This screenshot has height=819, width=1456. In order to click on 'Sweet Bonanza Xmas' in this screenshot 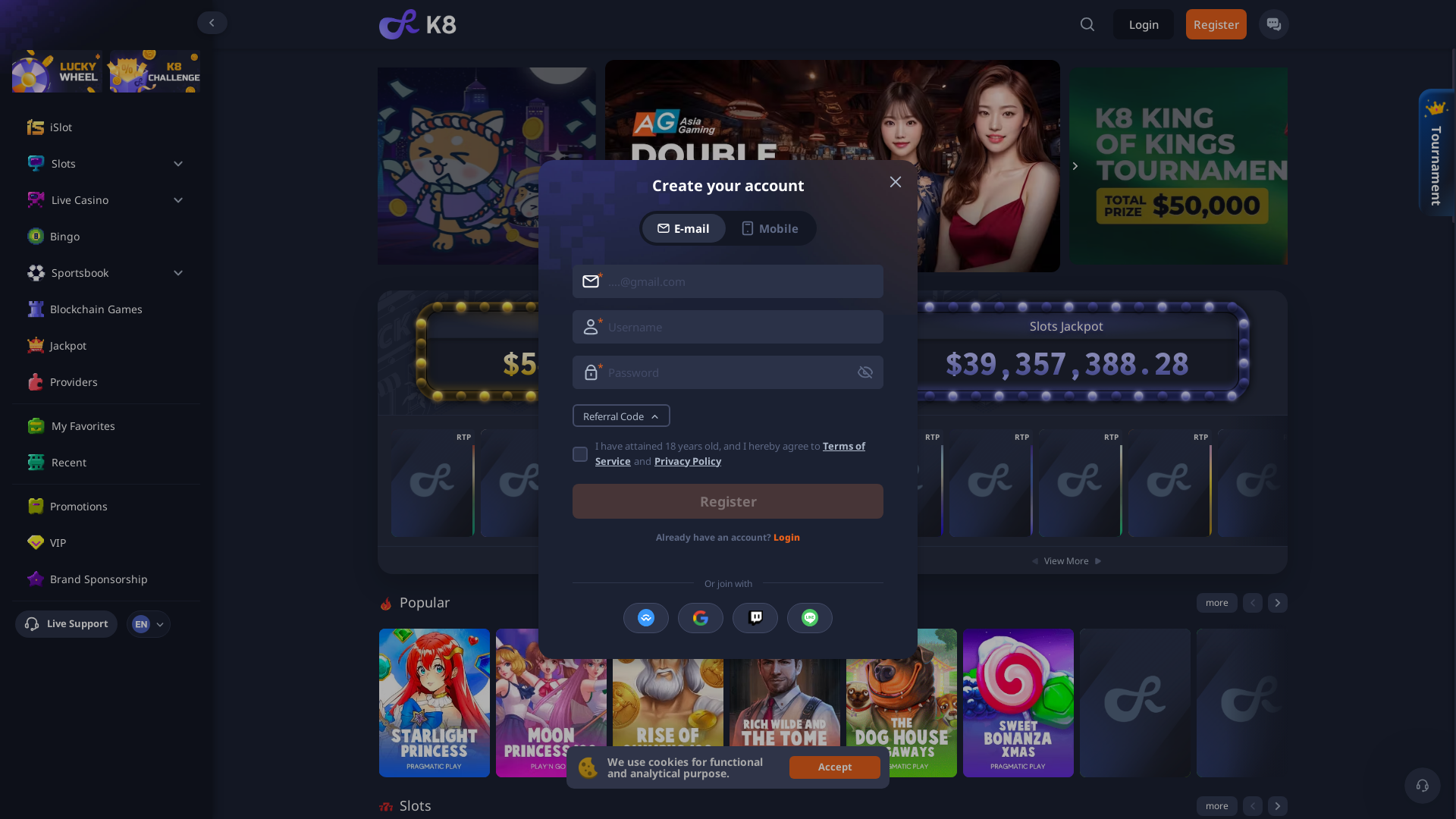, I will do `click(1018, 702)`.